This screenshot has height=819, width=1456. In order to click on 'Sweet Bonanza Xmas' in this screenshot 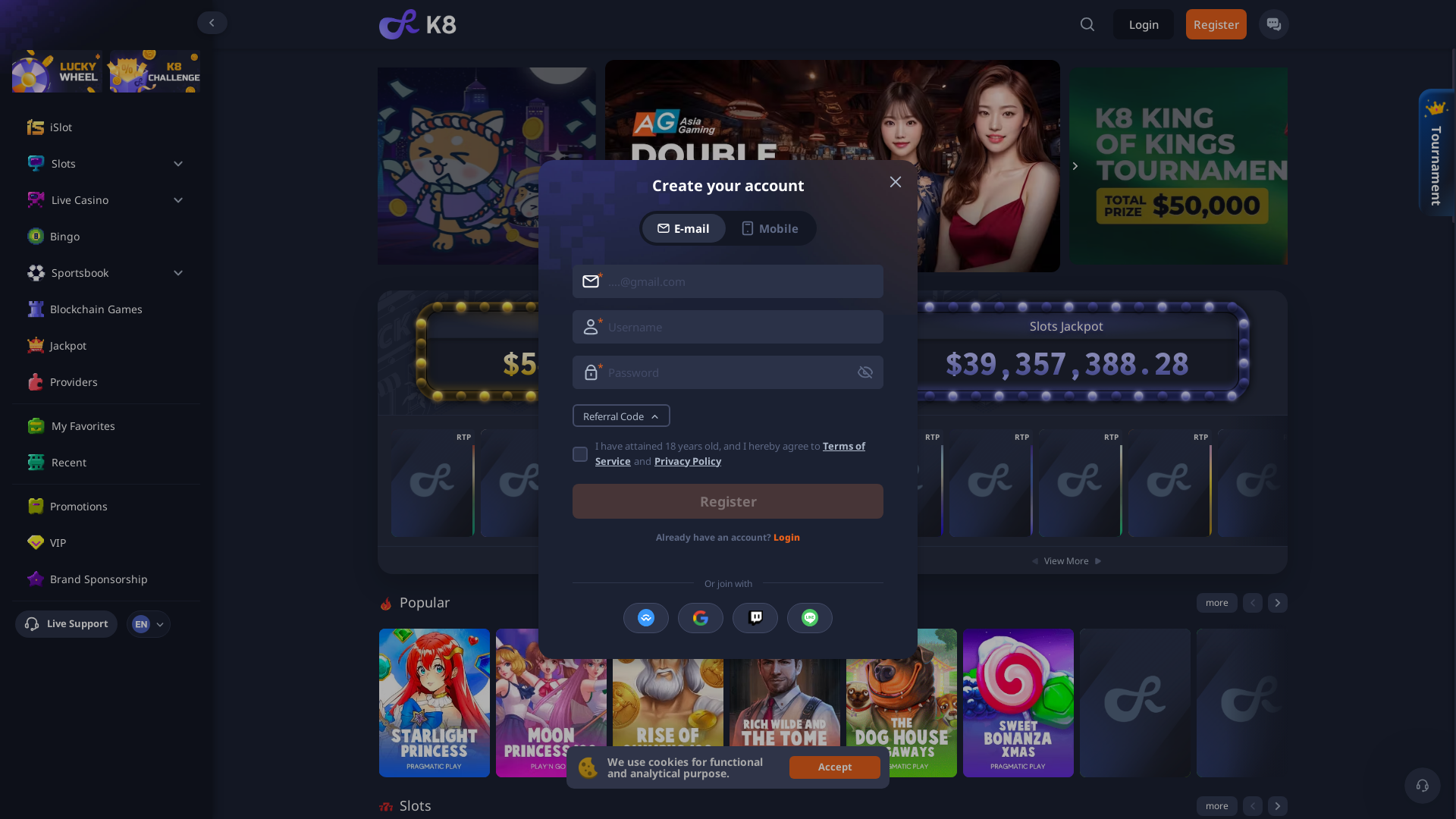, I will do `click(1018, 702)`.